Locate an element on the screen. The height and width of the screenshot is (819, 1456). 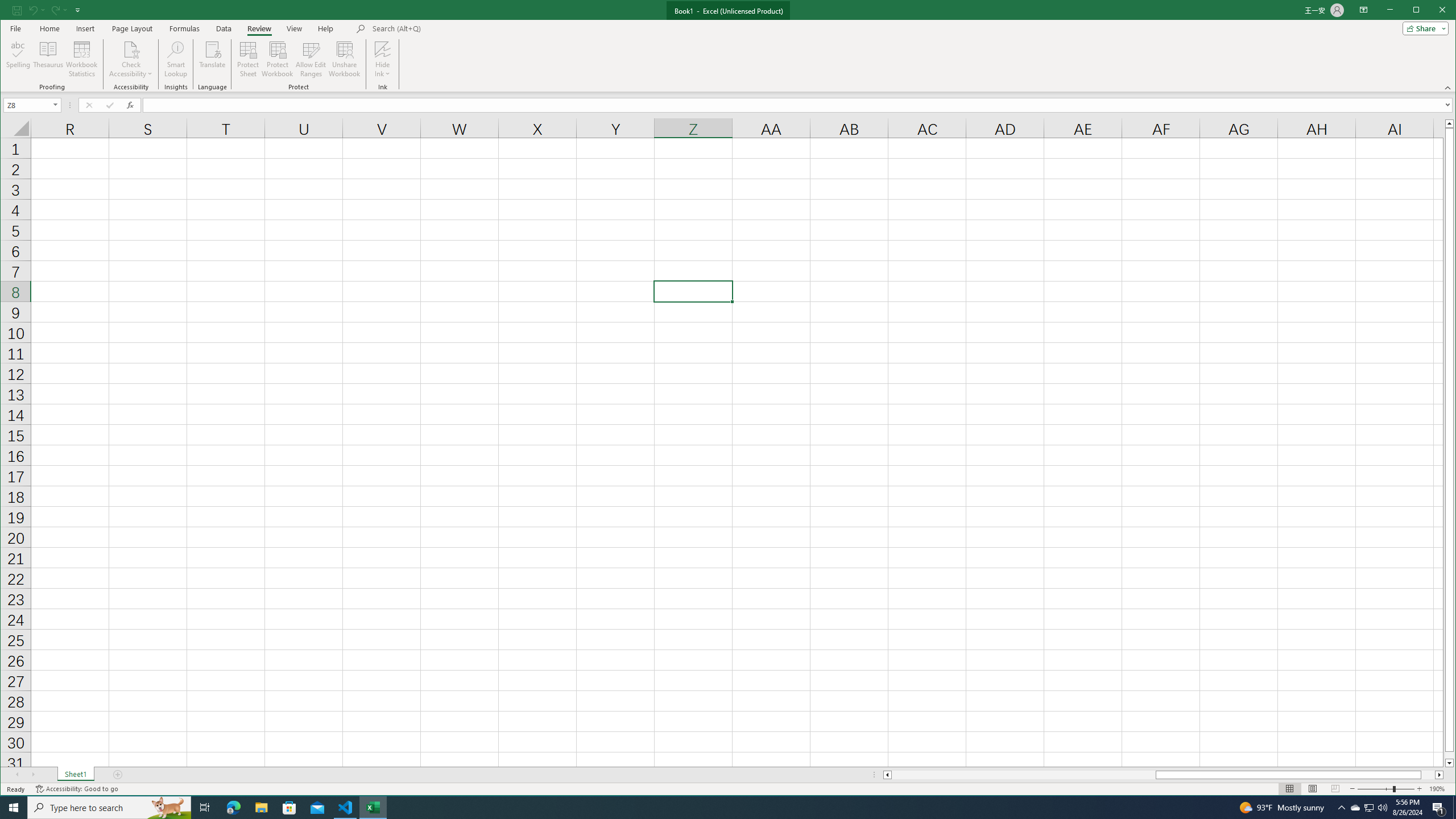
'File Explorer' is located at coordinates (260, 806).